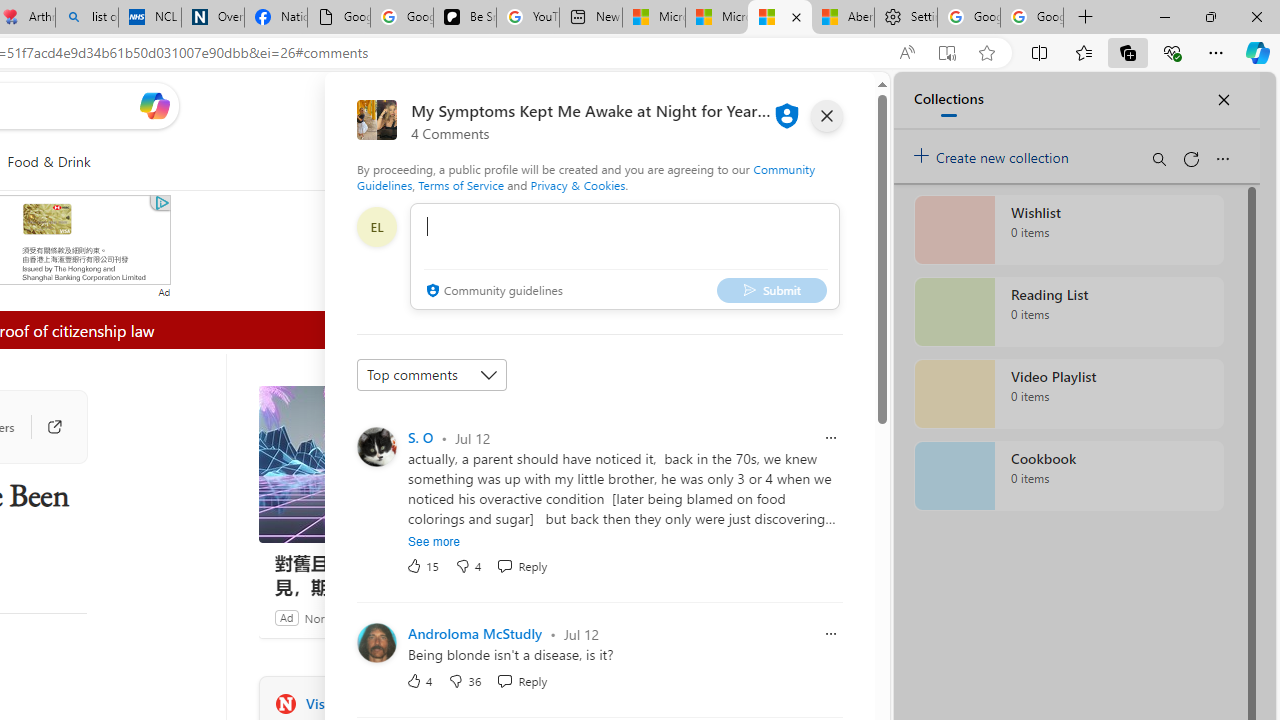 The image size is (1280, 720). Describe the element at coordinates (376, 642) in the screenshot. I see `'Profile Picture'` at that location.